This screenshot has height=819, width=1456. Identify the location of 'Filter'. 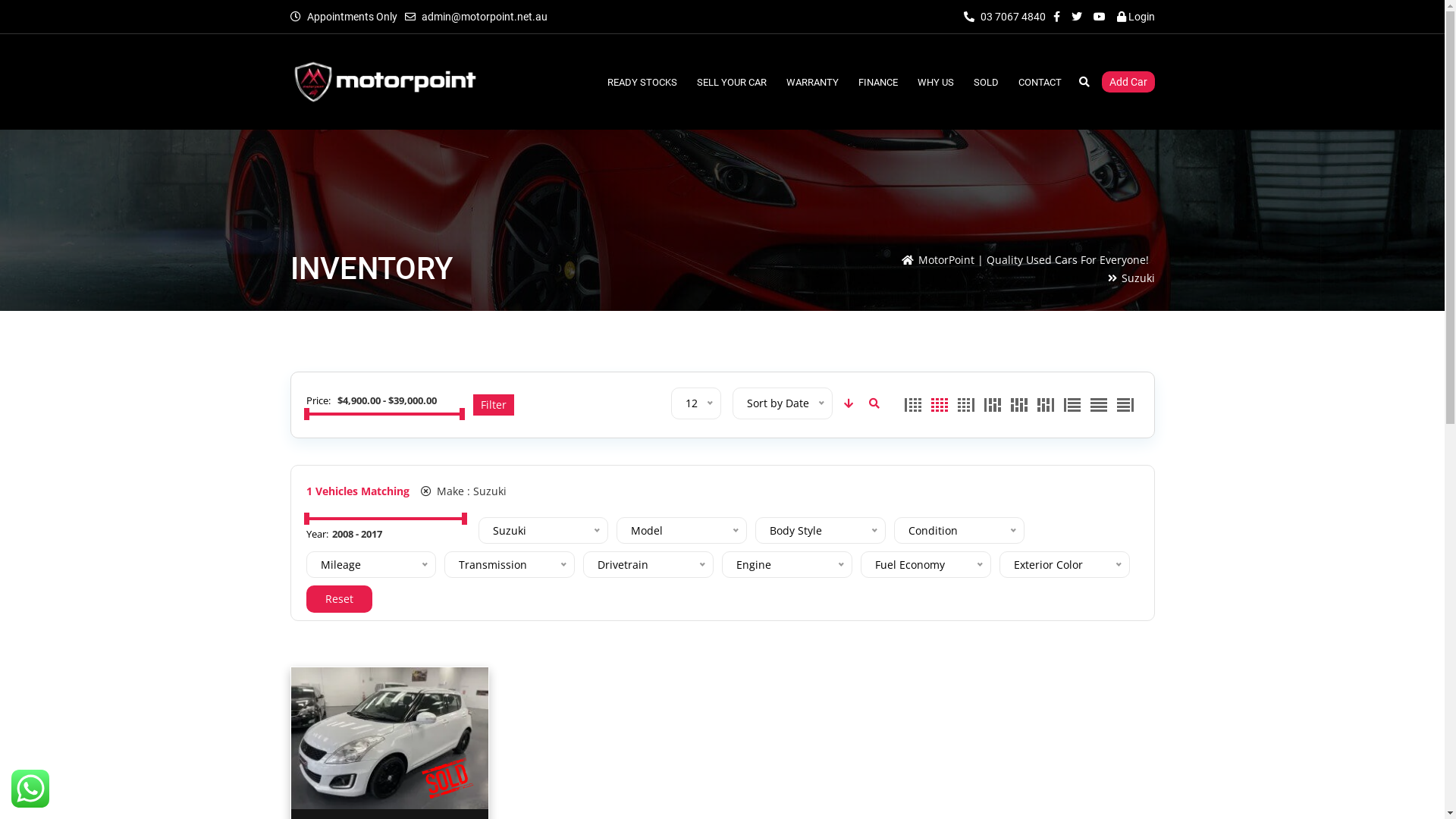
(472, 403).